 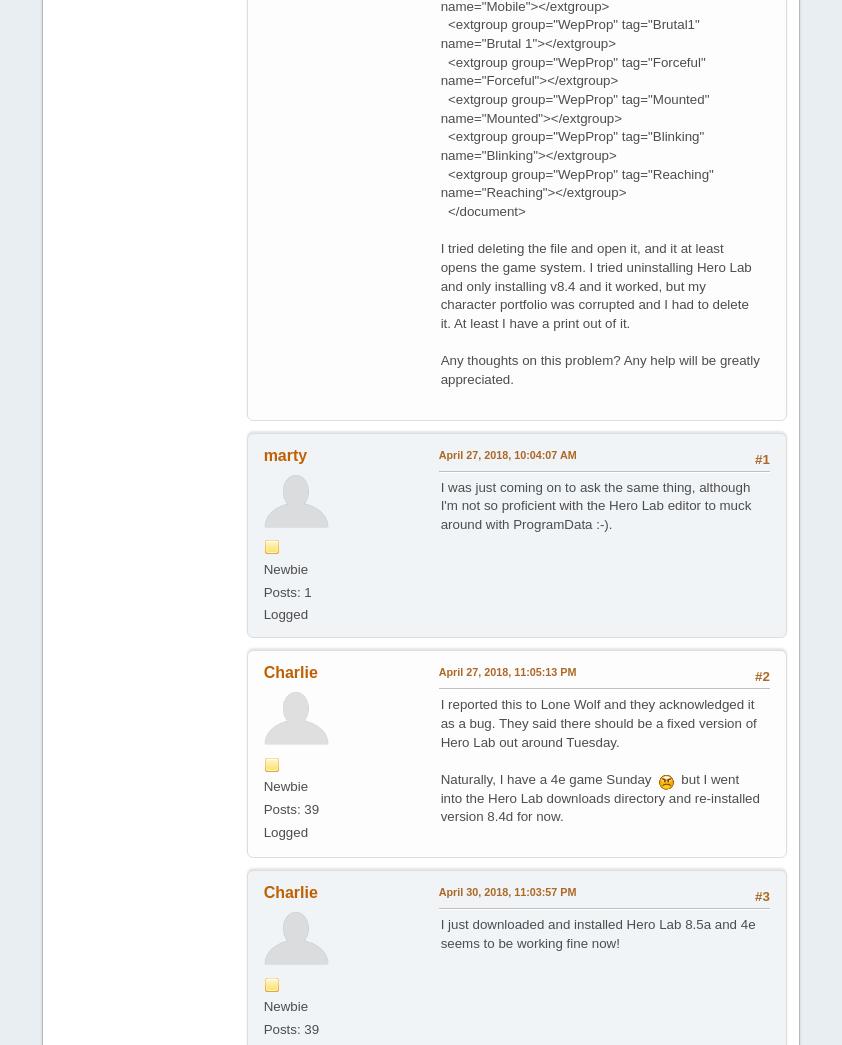 I want to click on '<extgroup group="WepProp" tag="Brutal1" name="Brutal 1"></extgroup>', so click(x=568, y=32).